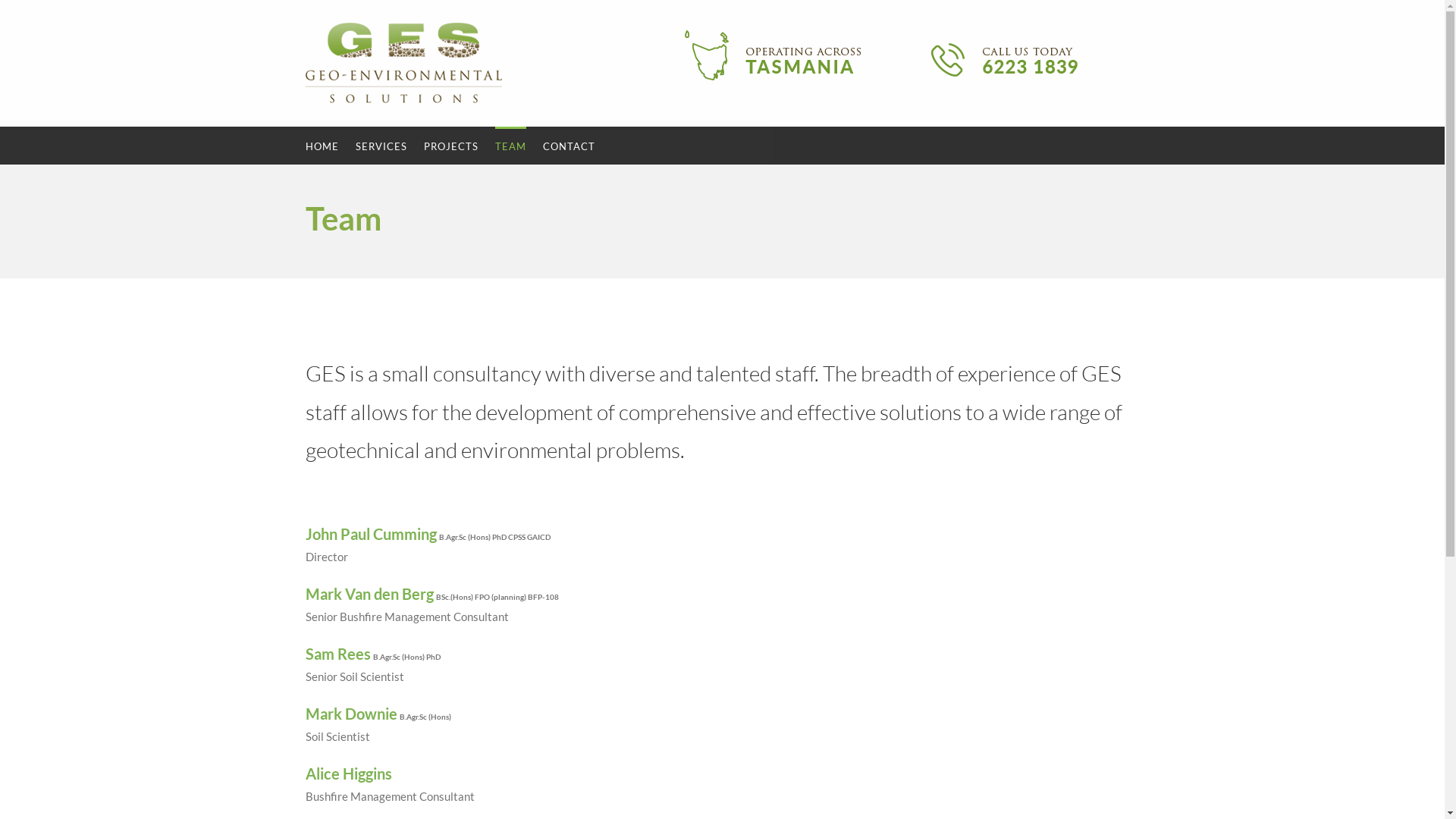 The image size is (1456, 819). Describe the element at coordinates (304, 146) in the screenshot. I see `'HOME'` at that location.